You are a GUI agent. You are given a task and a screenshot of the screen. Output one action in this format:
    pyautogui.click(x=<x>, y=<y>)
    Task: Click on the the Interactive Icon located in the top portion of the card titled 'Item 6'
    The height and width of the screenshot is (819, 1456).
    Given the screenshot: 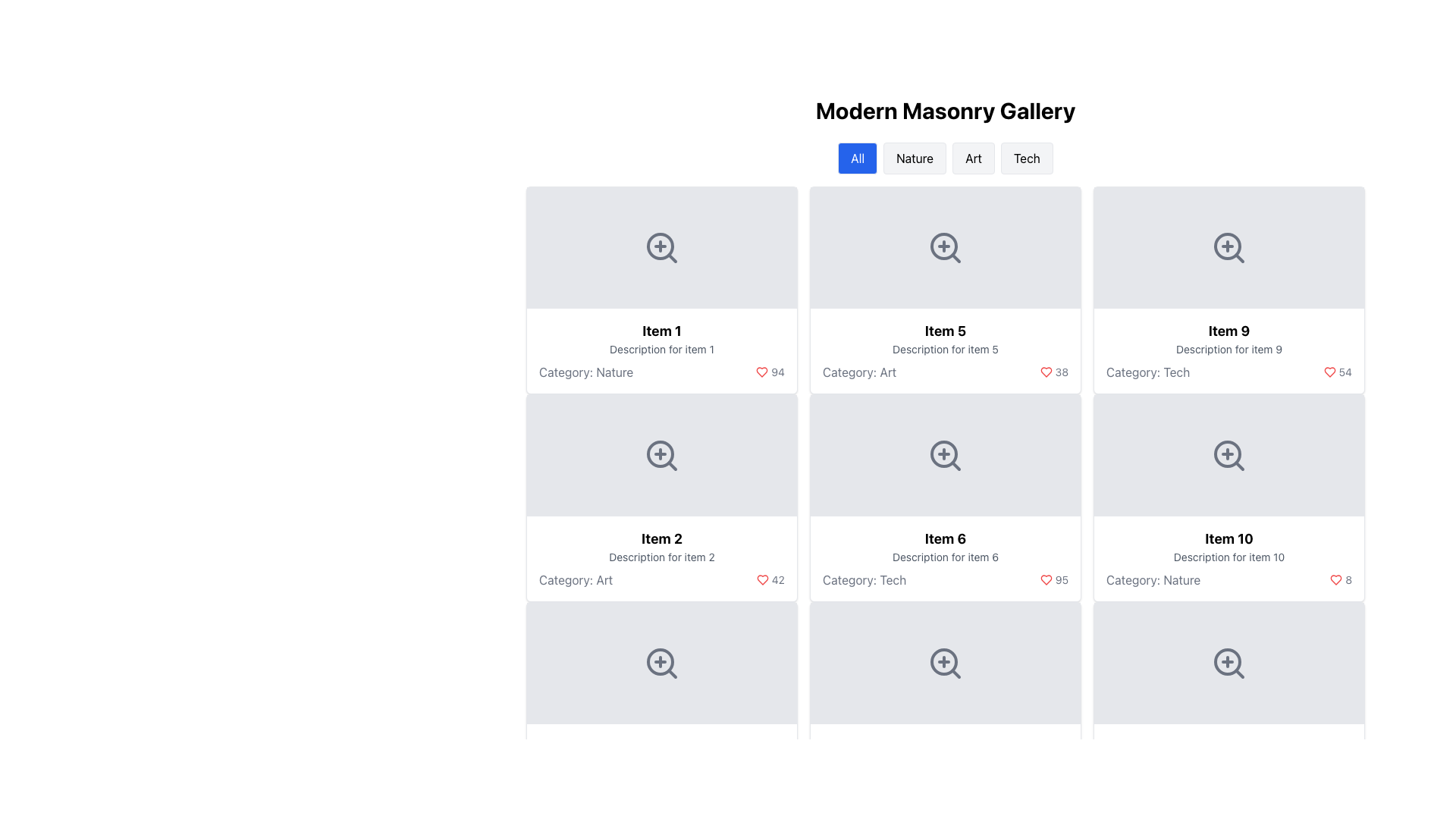 What is the action you would take?
    pyautogui.click(x=945, y=455)
    